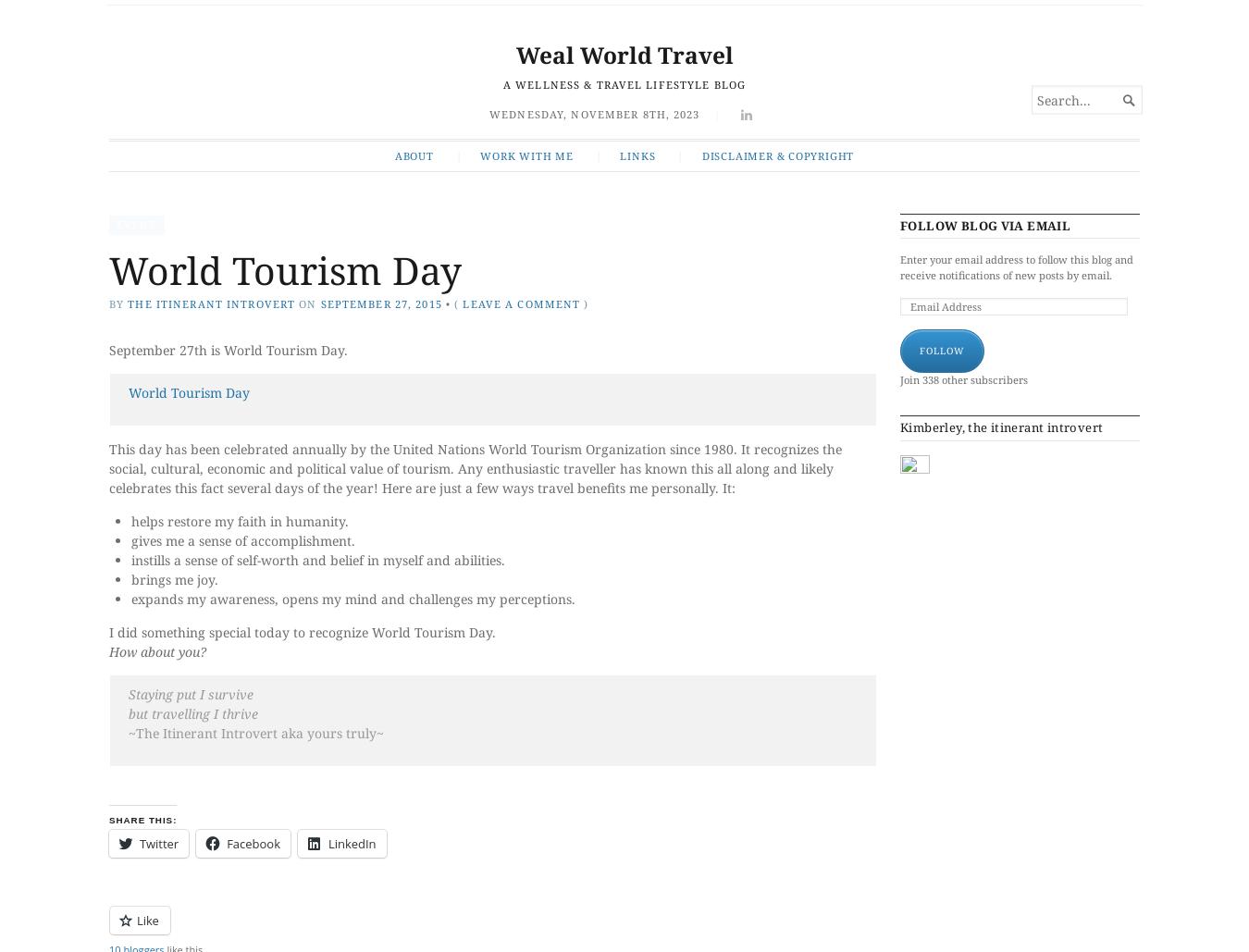  Describe the element at coordinates (1017, 266) in the screenshot. I see `'Enter your email address to follow this blog and receive notifications of new posts by email.'` at that location.